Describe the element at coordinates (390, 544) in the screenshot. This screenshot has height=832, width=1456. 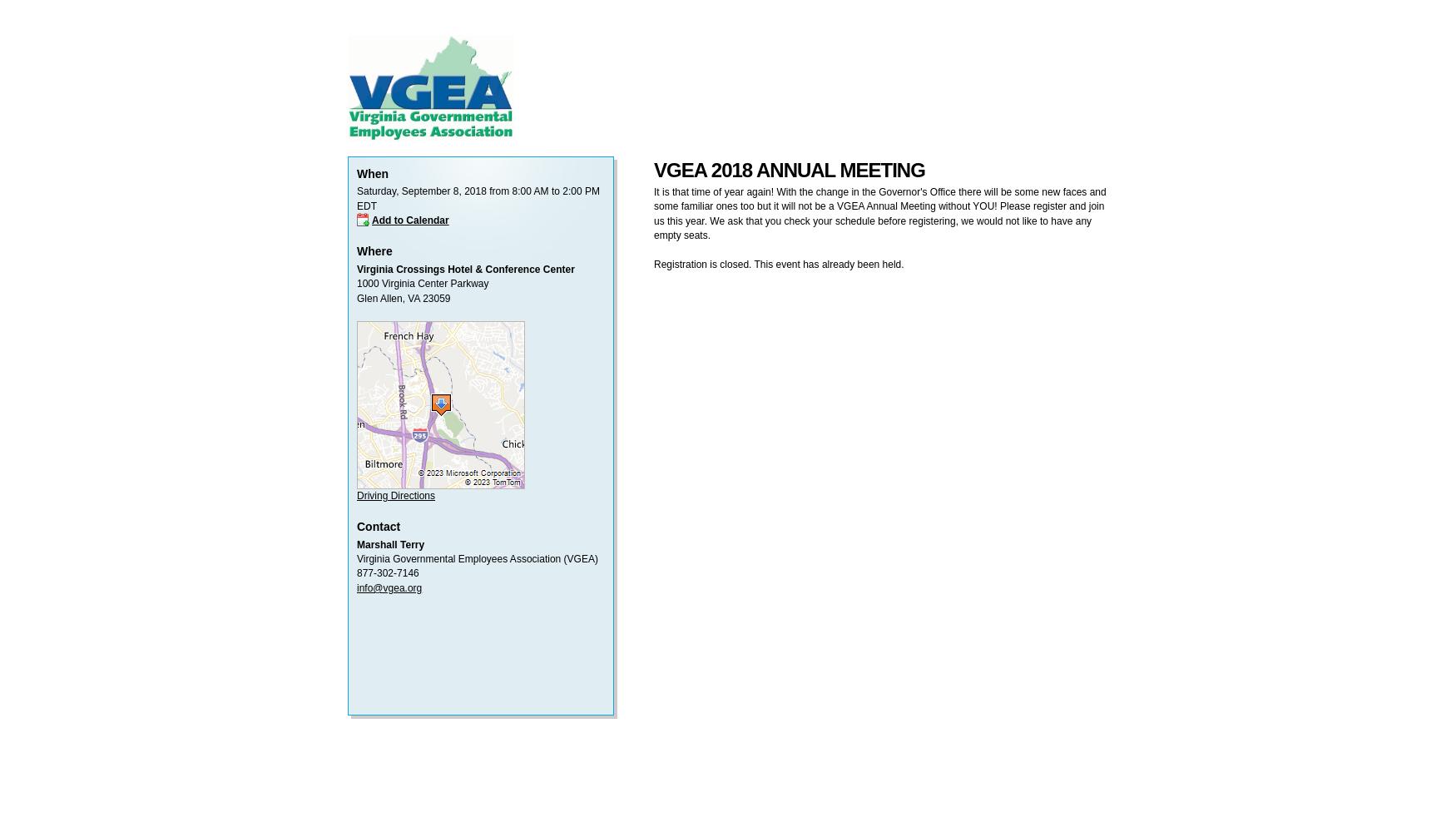
I see `'Marshall Terry'` at that location.